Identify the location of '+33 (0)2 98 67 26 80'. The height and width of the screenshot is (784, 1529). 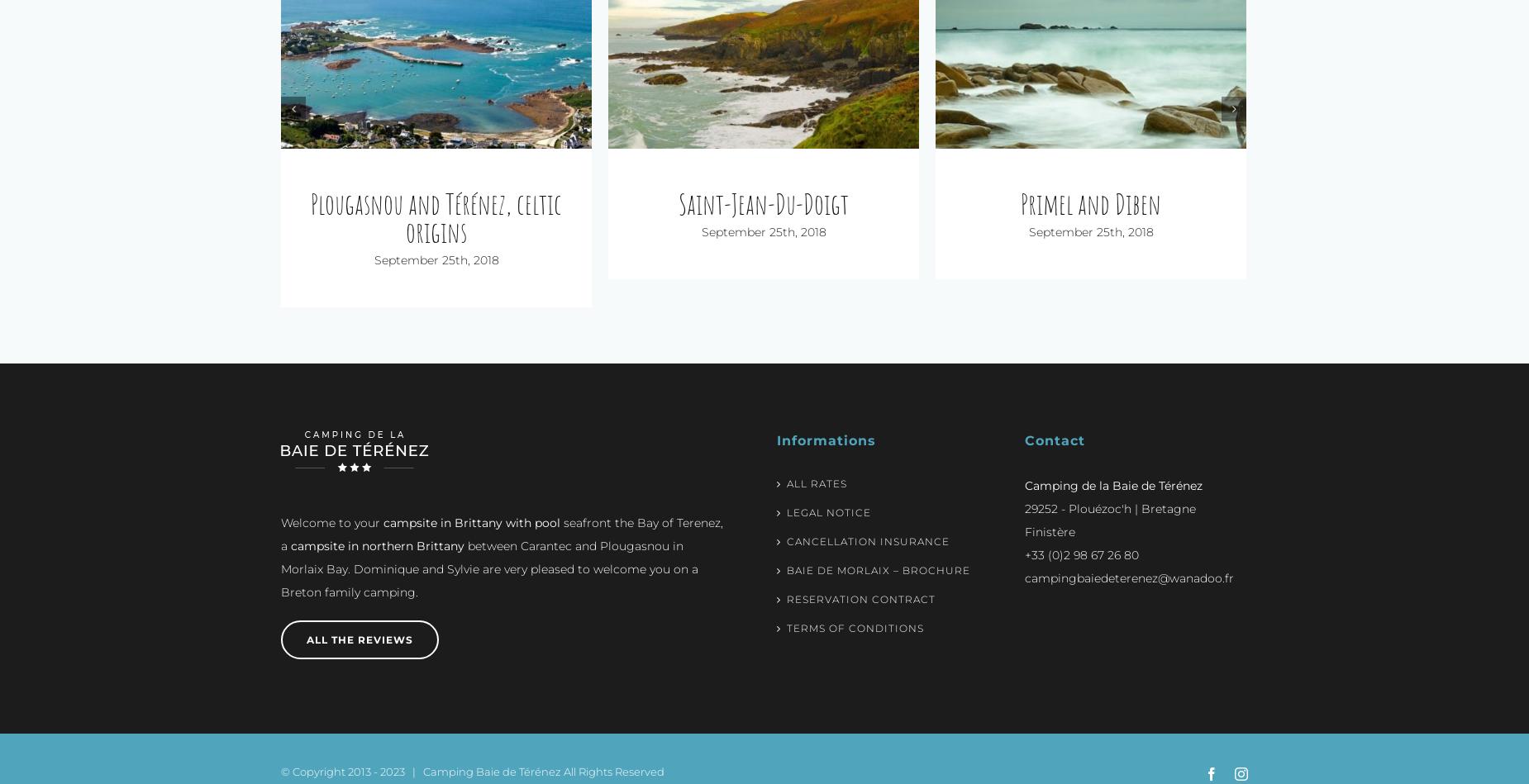
(1081, 527).